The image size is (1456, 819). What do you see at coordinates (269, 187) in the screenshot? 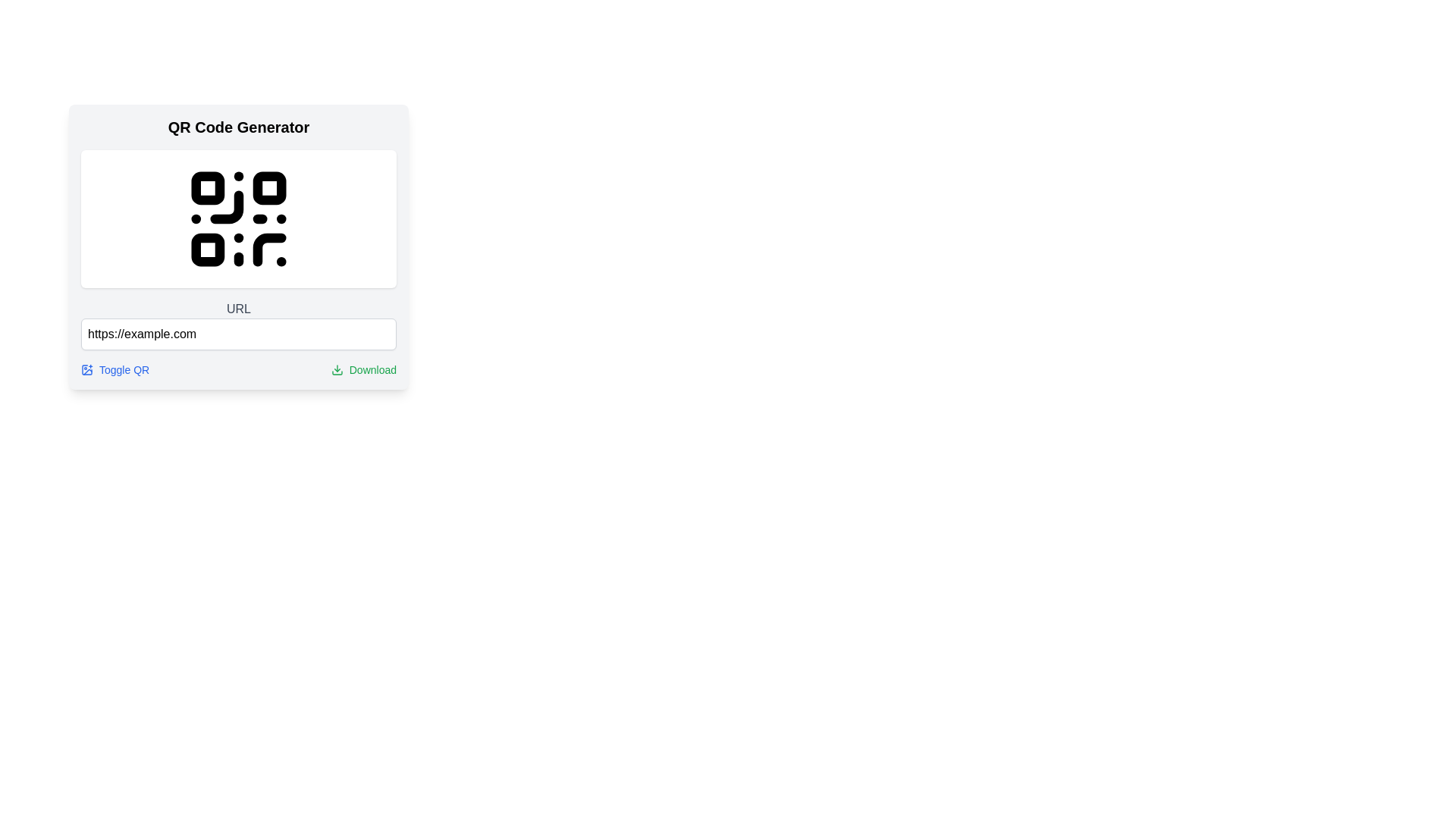
I see `the second square block with rounded corners in the upper right corner of the QR code grid within the 'QR Code Generator' interface` at bounding box center [269, 187].